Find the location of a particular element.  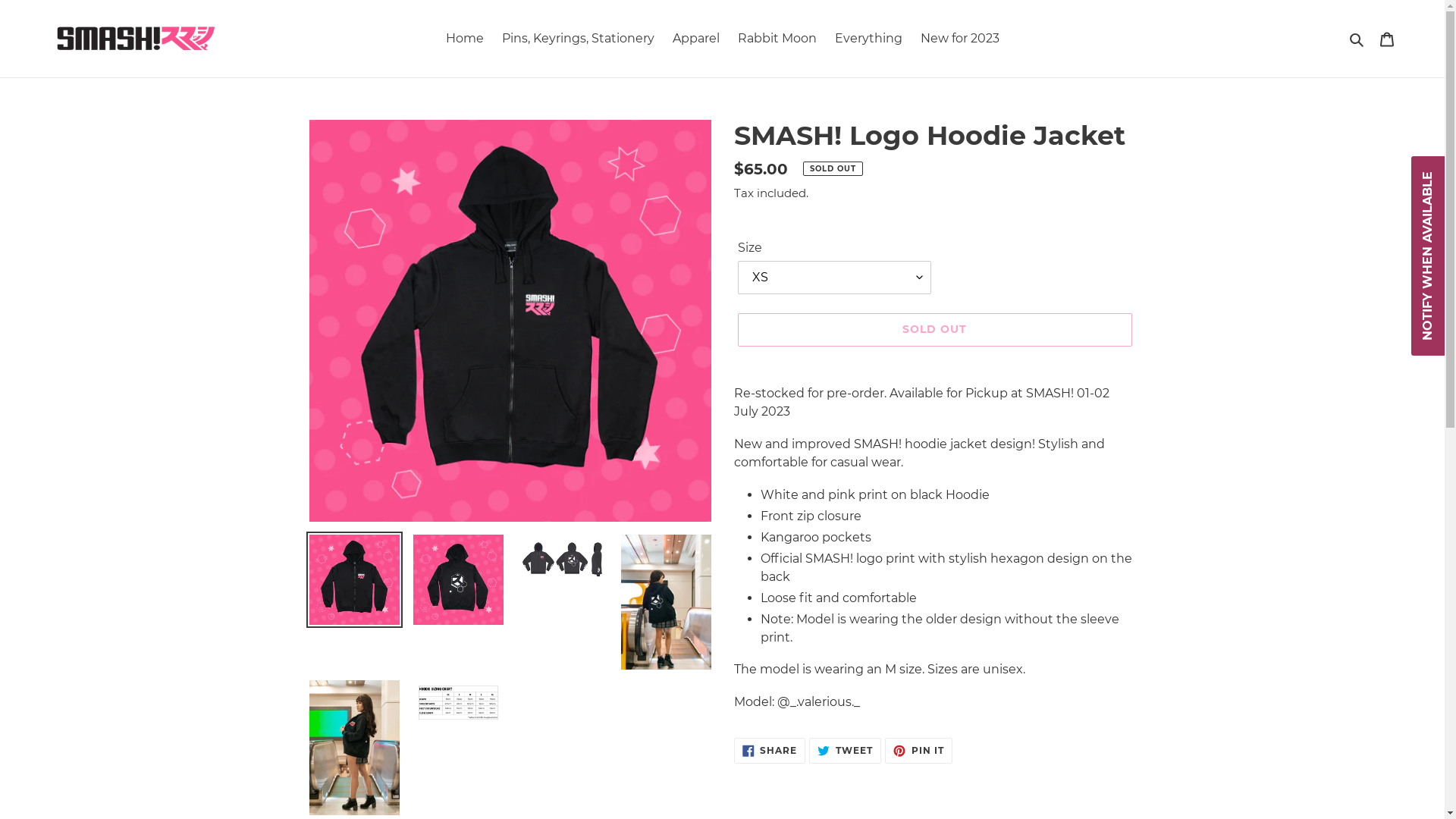

'Cart' is located at coordinates (1371, 37).